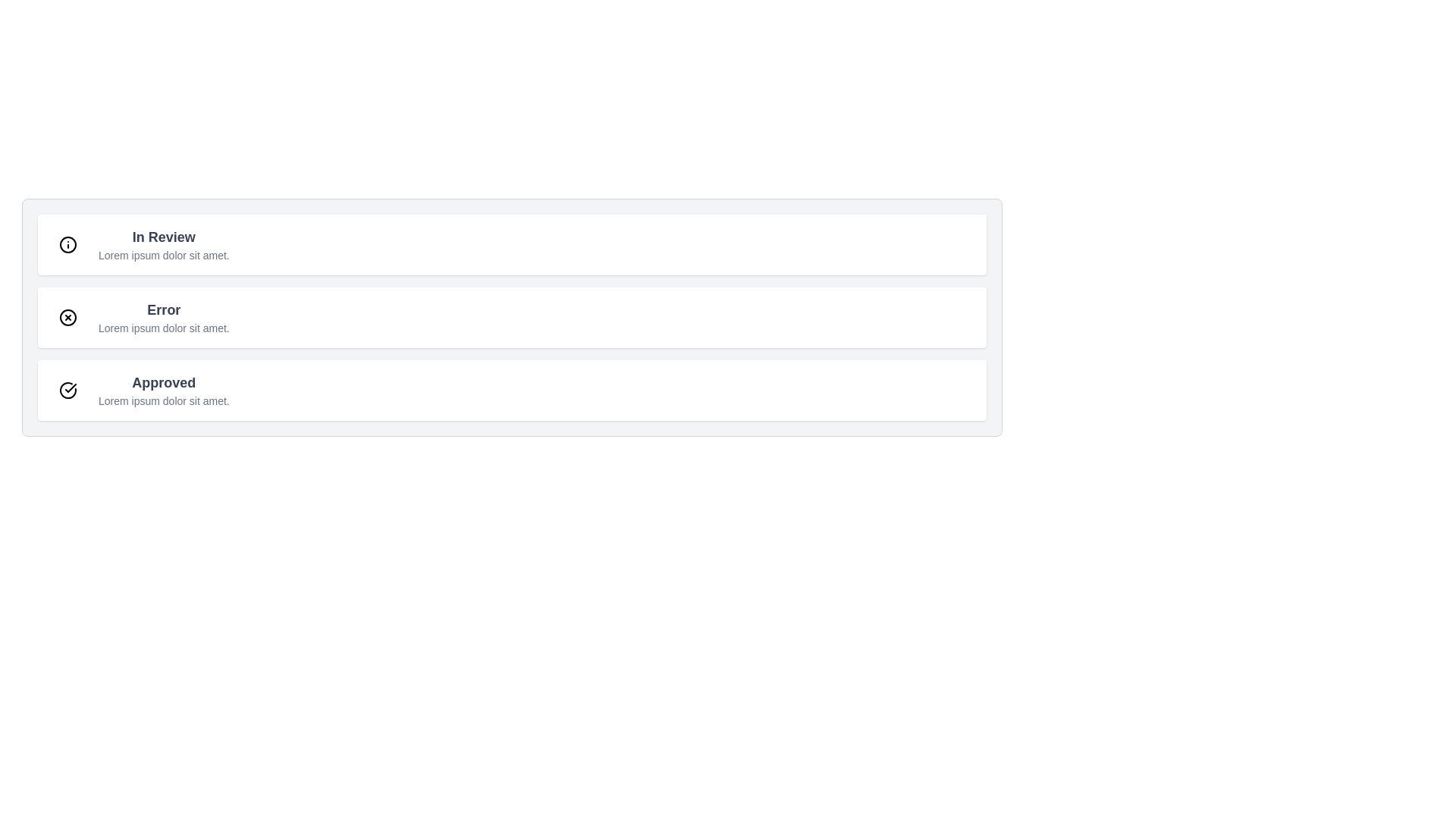 This screenshot has width=1456, height=819. Describe the element at coordinates (164, 400) in the screenshot. I see `the static text element that displays 'Lorem ipsum dolor sit amet.' which is styled in gray and located below the text 'Approved' in a confirmation message layout` at that location.